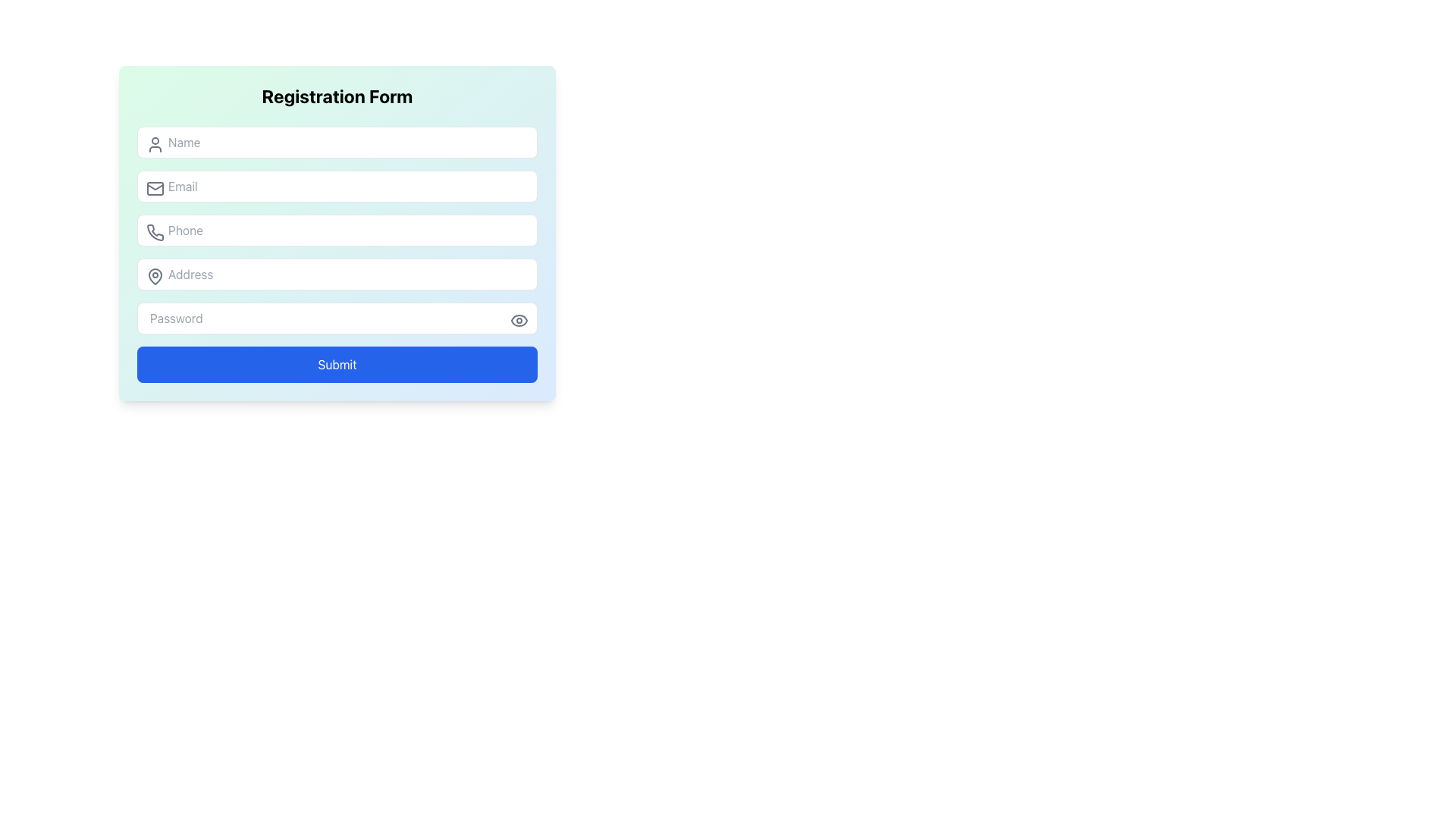 The image size is (1456, 819). Describe the element at coordinates (519, 320) in the screenshot. I see `the eye-shaped icon button located at the top-right corner of the password input field` at that location.